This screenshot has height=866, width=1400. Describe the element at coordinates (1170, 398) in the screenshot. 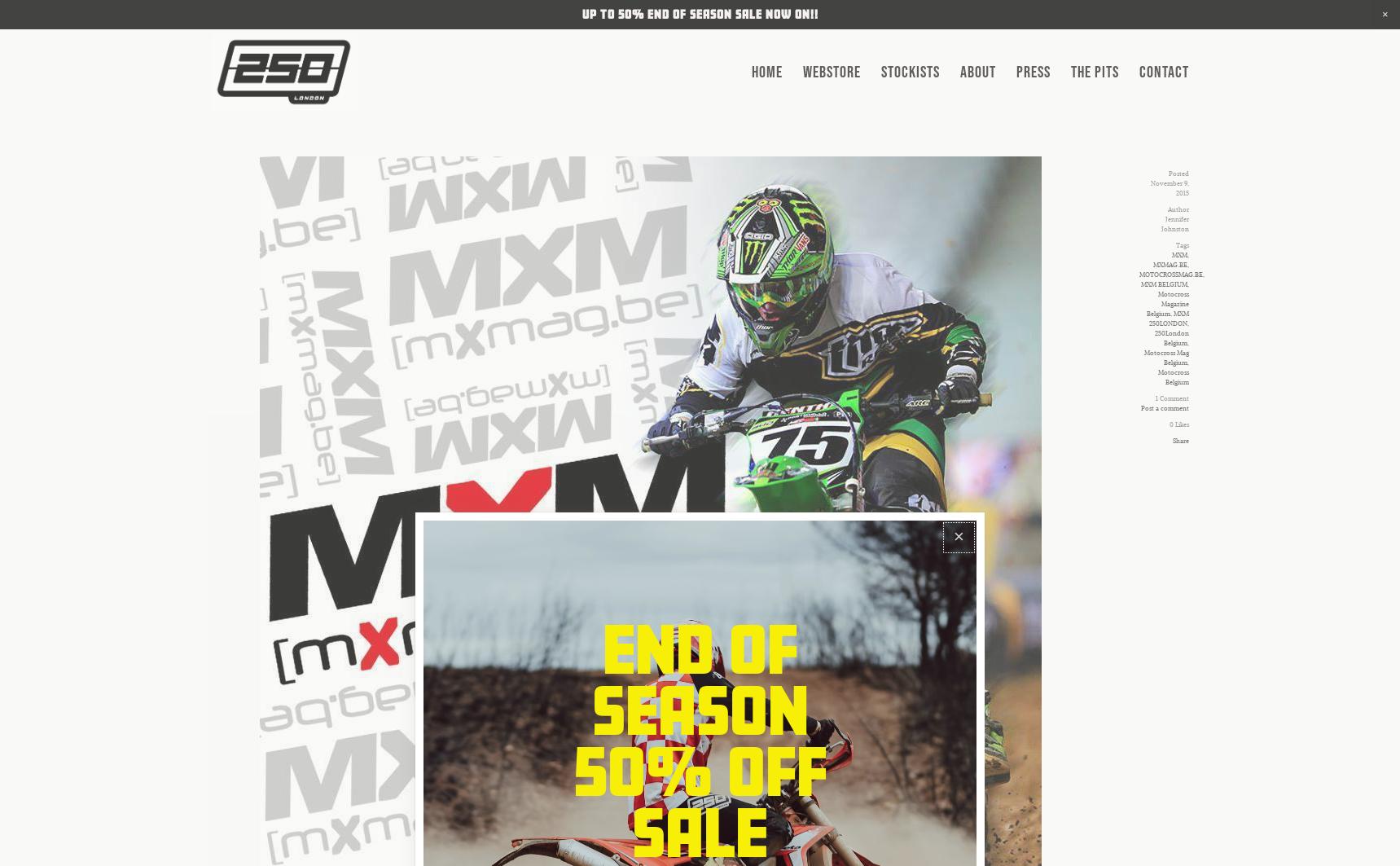

I see `'1 Comment'` at that location.